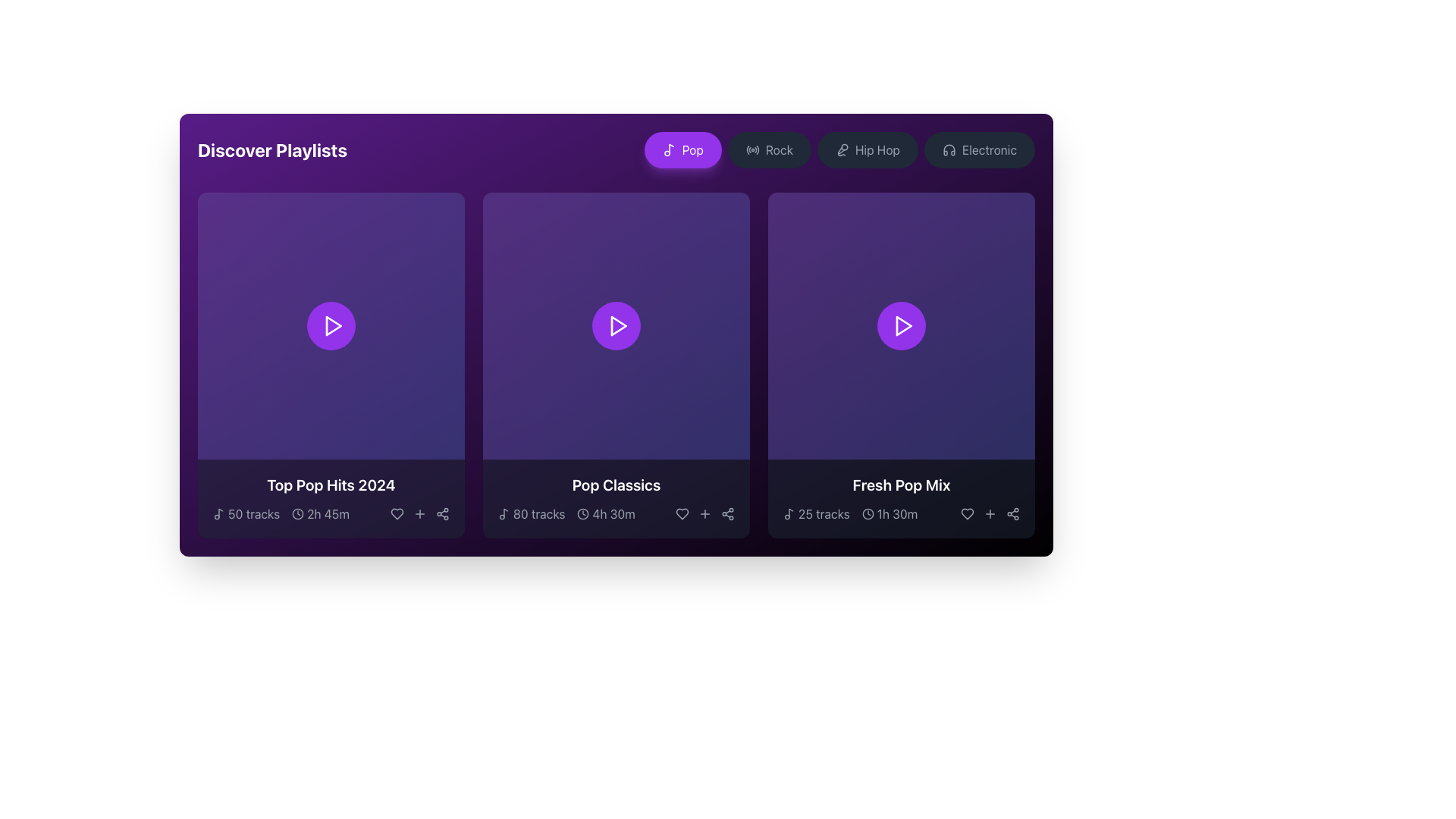 The height and width of the screenshot is (819, 1456). I want to click on information displayed in the text information display located beneath the title of the 'Pop Classics' card, positioned between the music note and clock icons, so click(616, 513).